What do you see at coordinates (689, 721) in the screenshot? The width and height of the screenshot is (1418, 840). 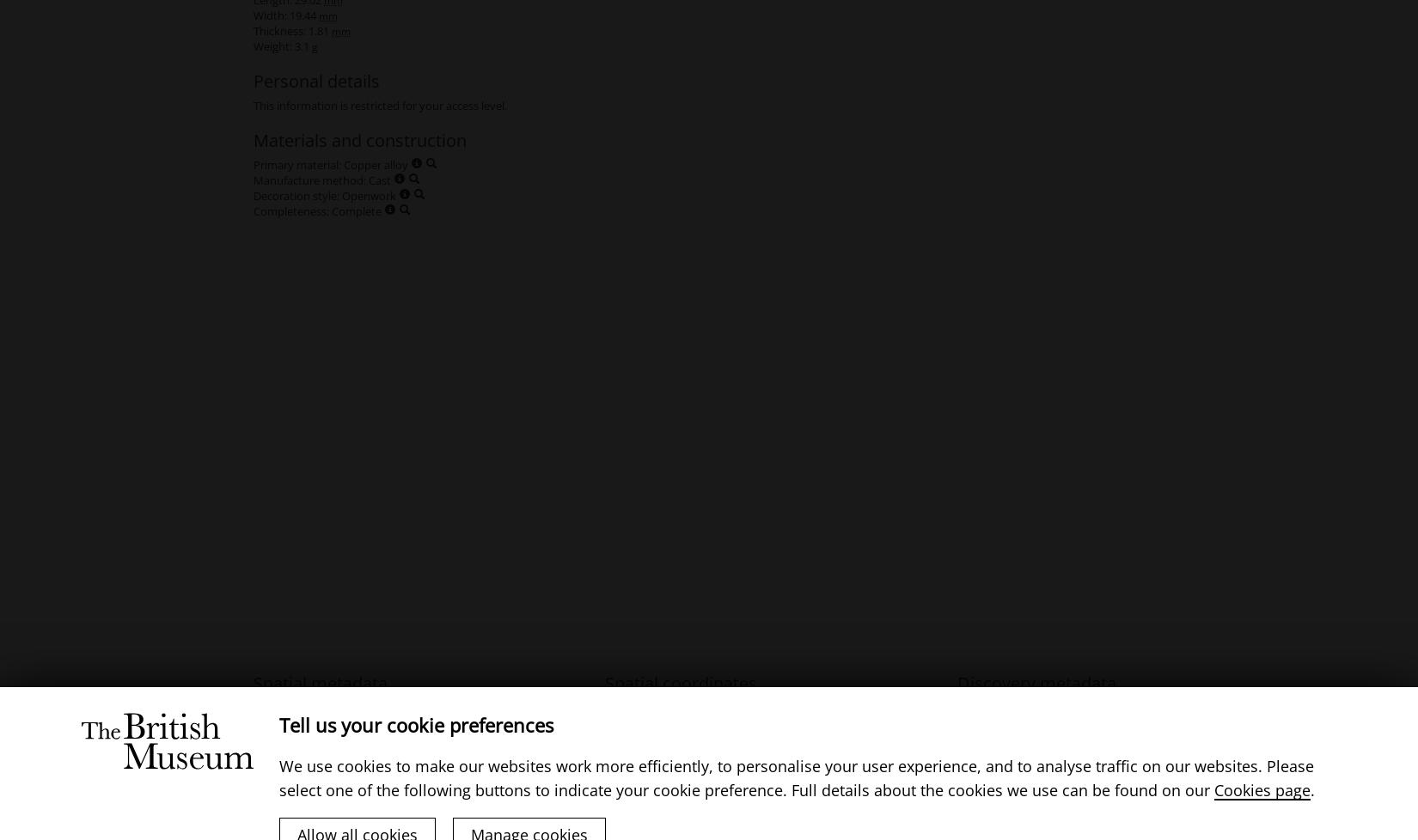 I see `'Four figure Latitude: 52.43690027'` at bounding box center [689, 721].